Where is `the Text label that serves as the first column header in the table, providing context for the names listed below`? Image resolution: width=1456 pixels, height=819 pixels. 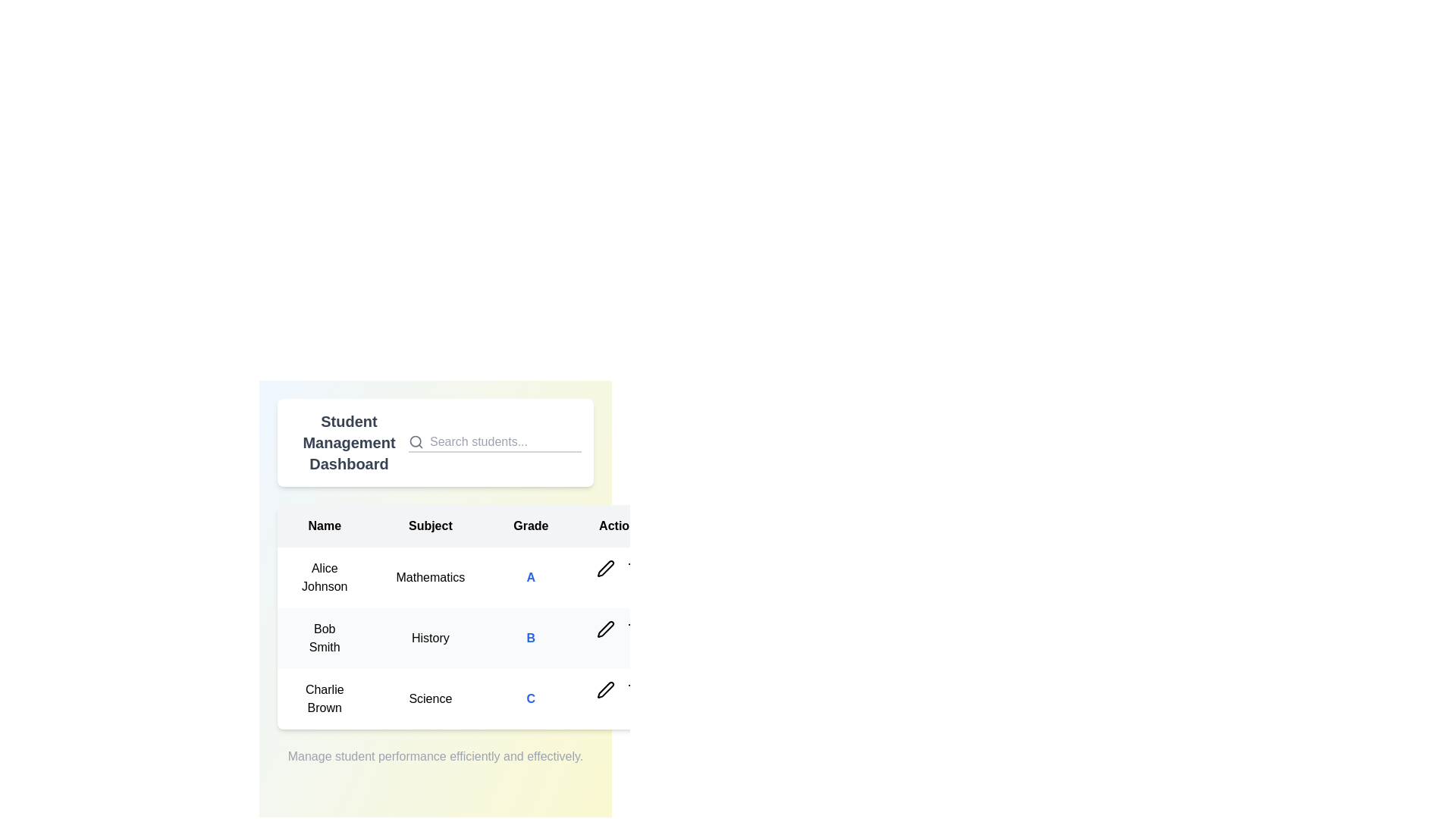
the Text label that serves as the first column header in the table, providing context for the names listed below is located at coordinates (324, 526).